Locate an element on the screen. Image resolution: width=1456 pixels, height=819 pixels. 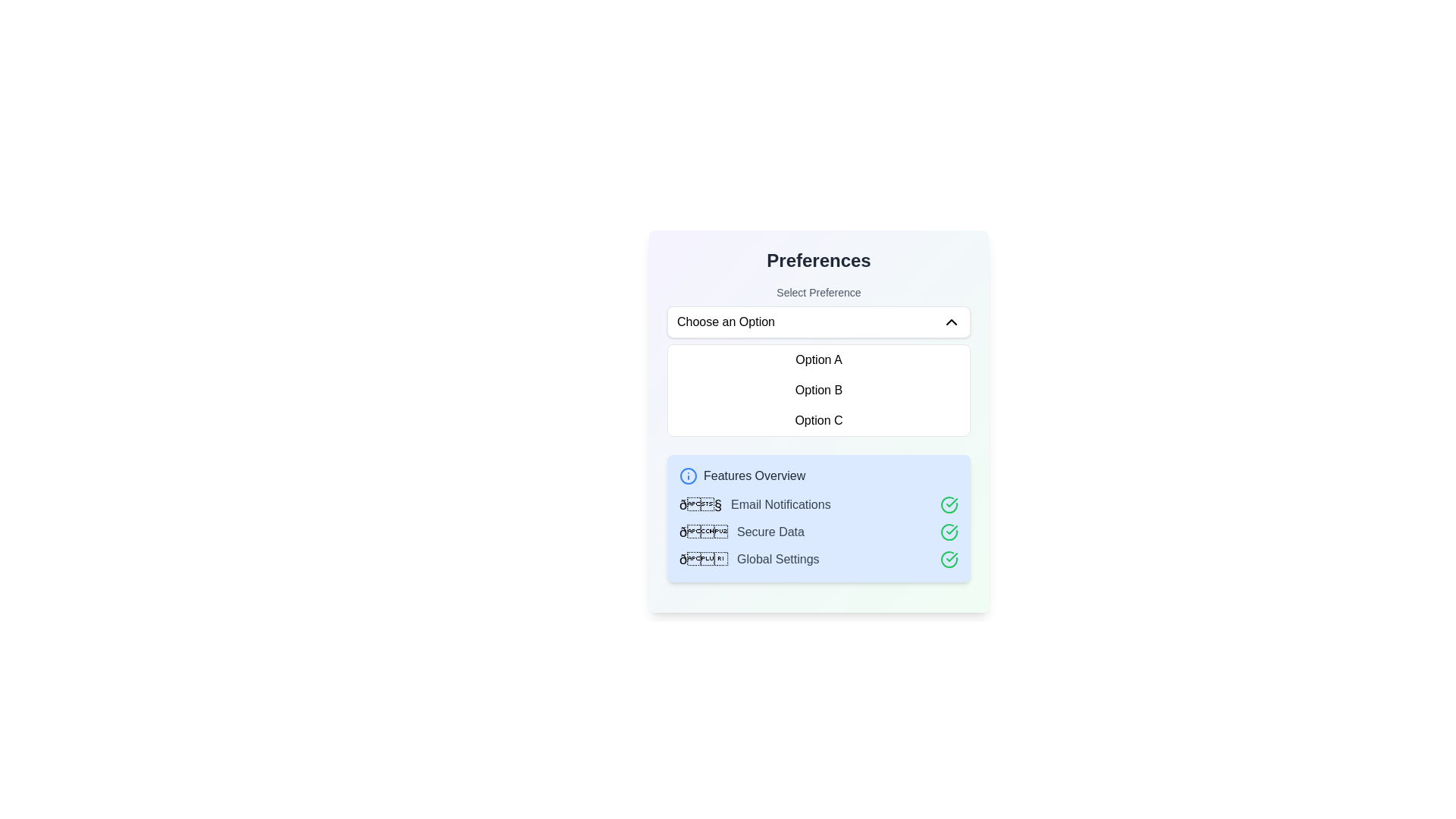
the green circular checkmark icon located to the right of the 'Email Notifications' text in the 'Features Overview' section is located at coordinates (949, 505).